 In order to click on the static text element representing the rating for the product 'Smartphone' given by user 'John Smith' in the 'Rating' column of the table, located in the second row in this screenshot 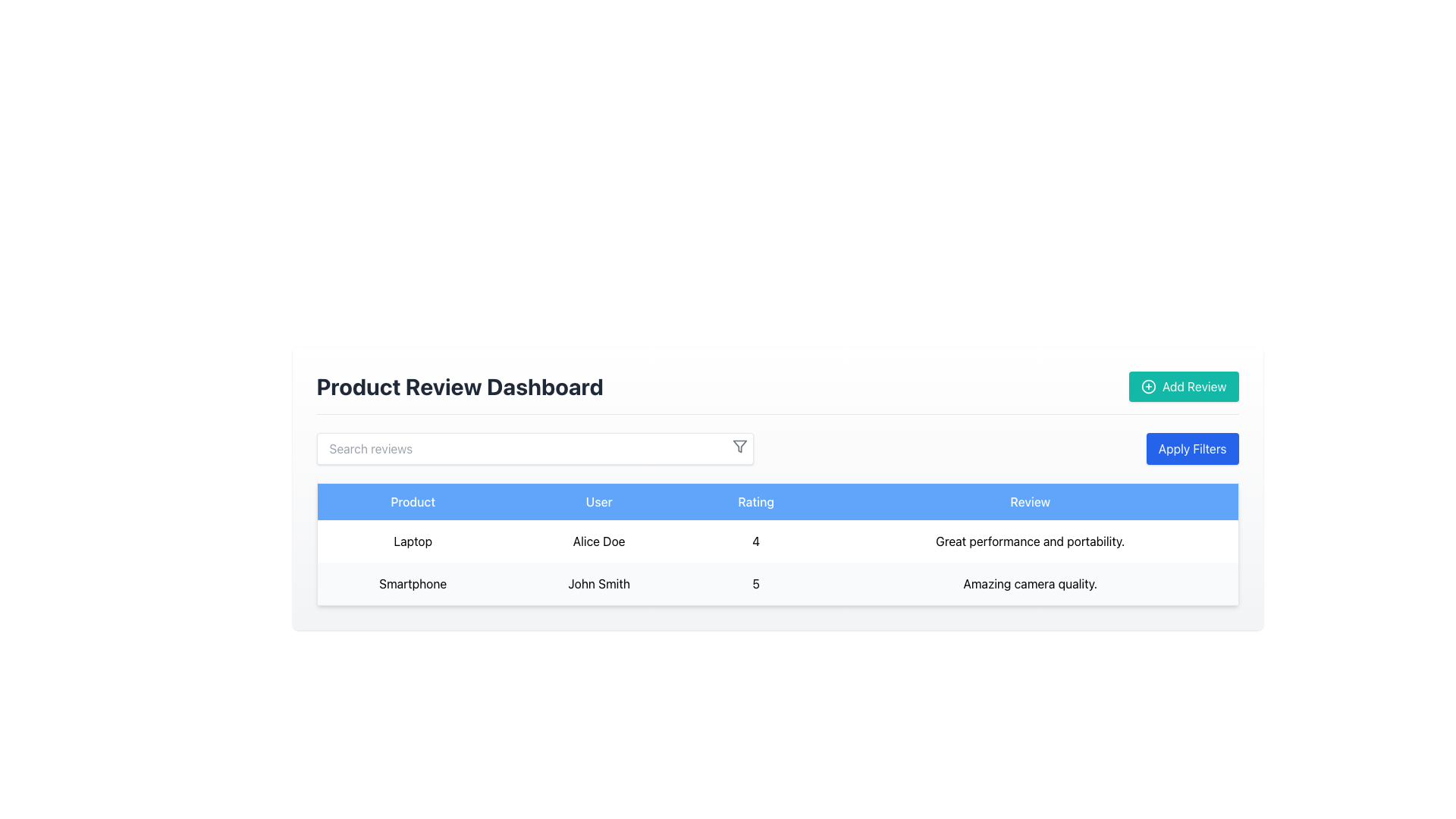, I will do `click(756, 583)`.